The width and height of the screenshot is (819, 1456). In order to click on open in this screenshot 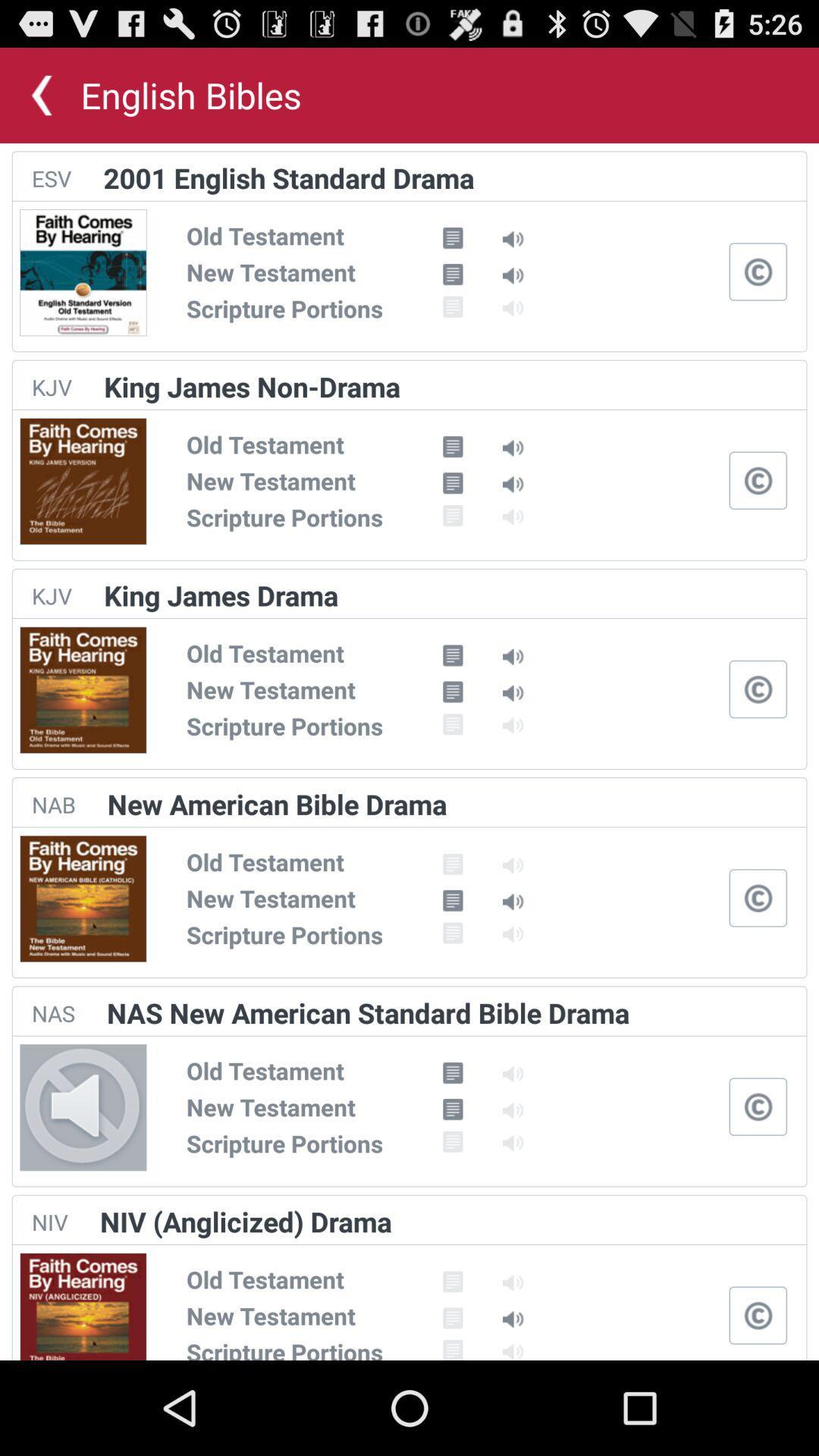, I will do `click(758, 271)`.